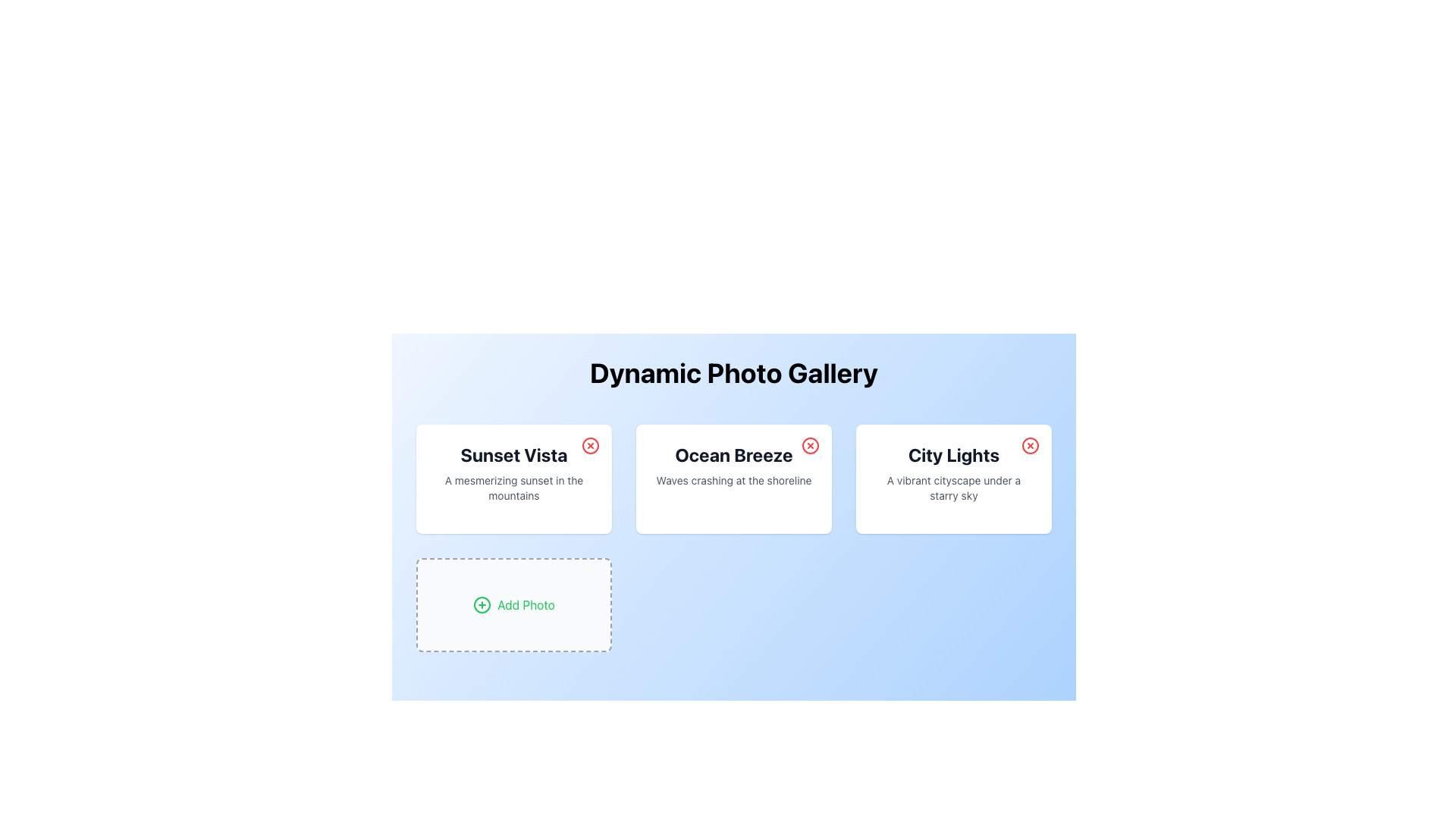  I want to click on descriptive title and short description text block located at the center of the middle card in the gallery interface, which is visually distinguished by its white background, shadow, and rounded corners, so click(734, 464).